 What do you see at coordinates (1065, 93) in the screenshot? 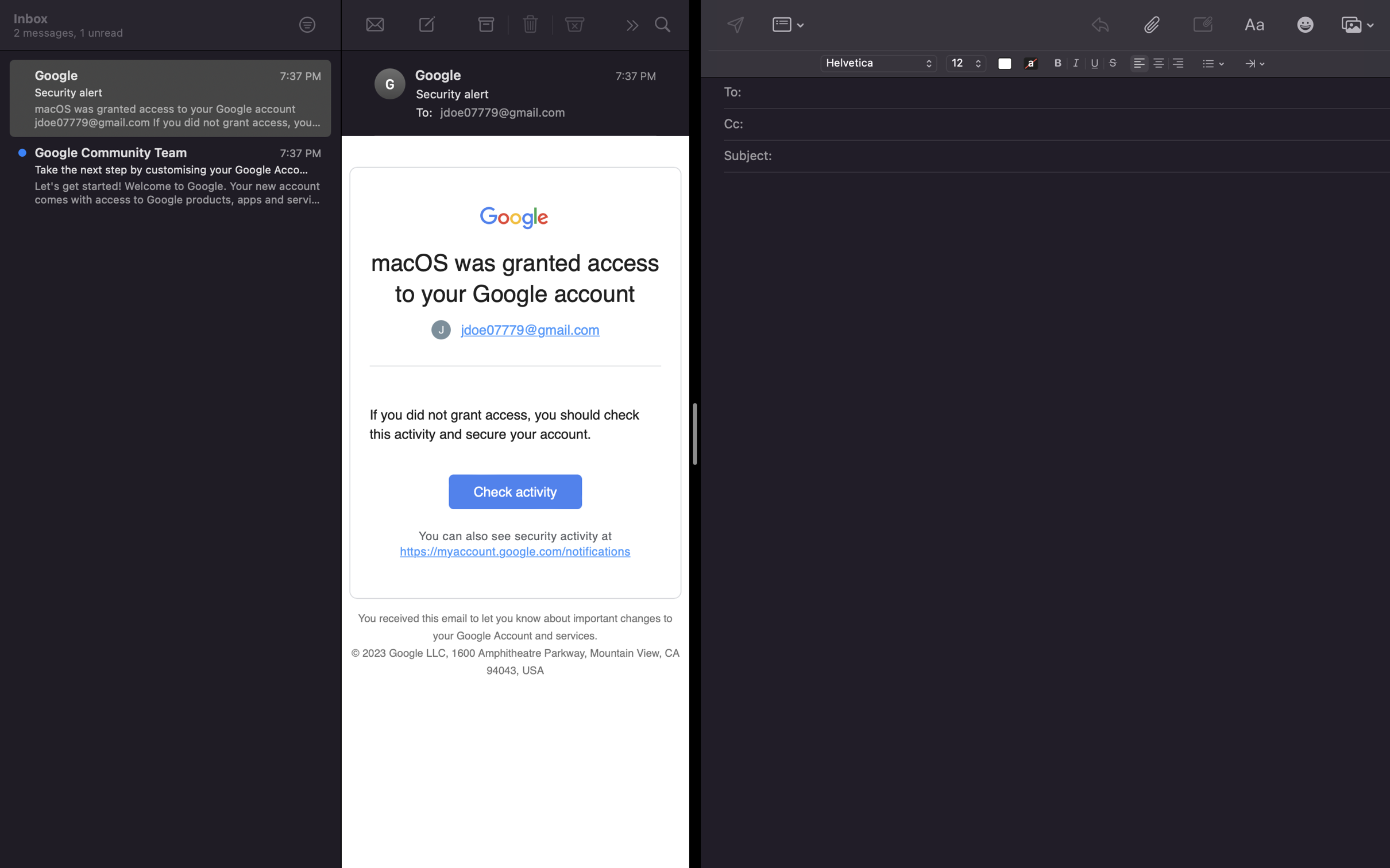
I see `Insert "kate@gmail.com" to the "To" field of the email` at bounding box center [1065, 93].